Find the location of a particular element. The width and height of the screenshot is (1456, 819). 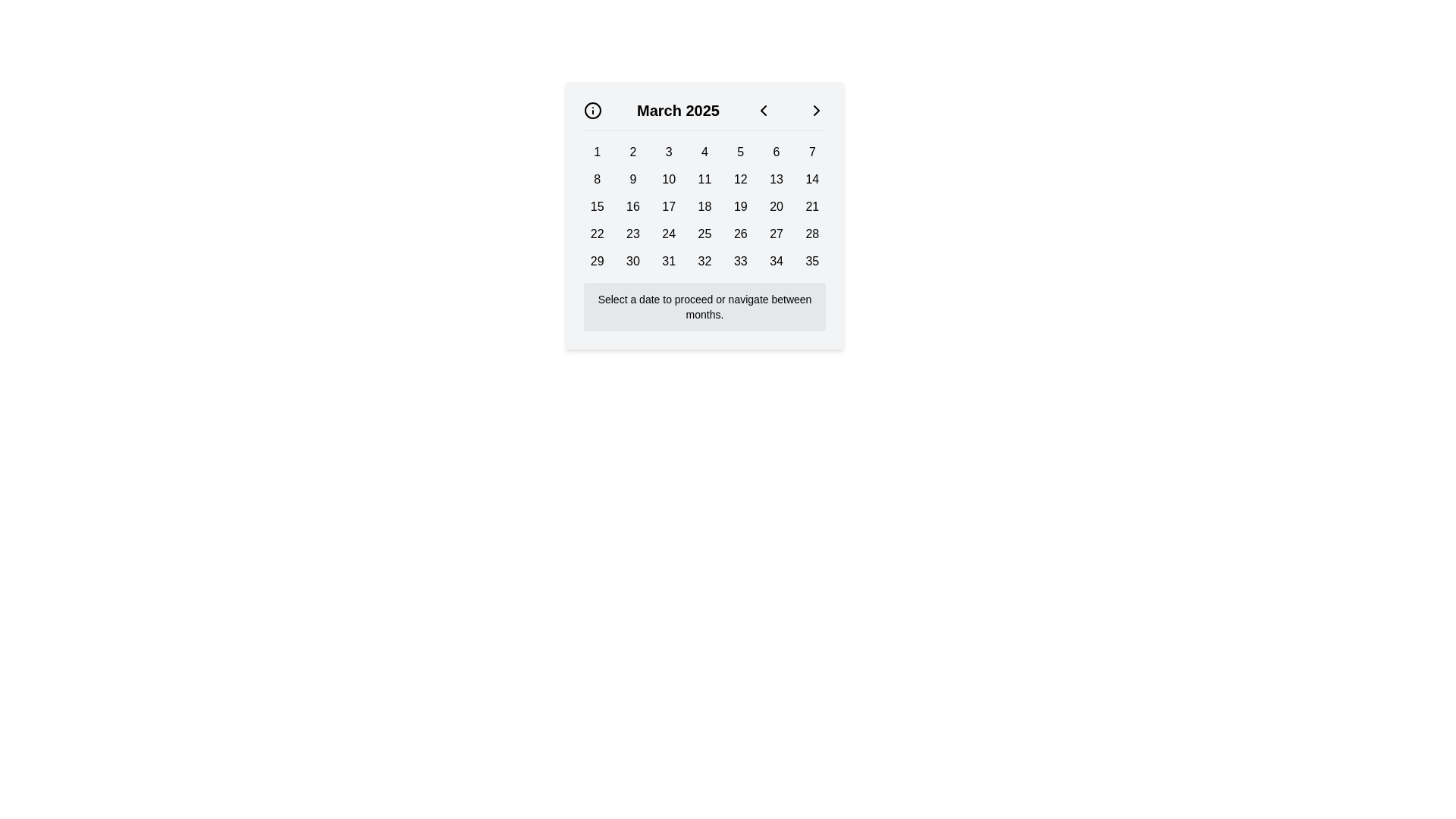

the calendar button representing the 26th day of March 2025 is located at coordinates (740, 234).